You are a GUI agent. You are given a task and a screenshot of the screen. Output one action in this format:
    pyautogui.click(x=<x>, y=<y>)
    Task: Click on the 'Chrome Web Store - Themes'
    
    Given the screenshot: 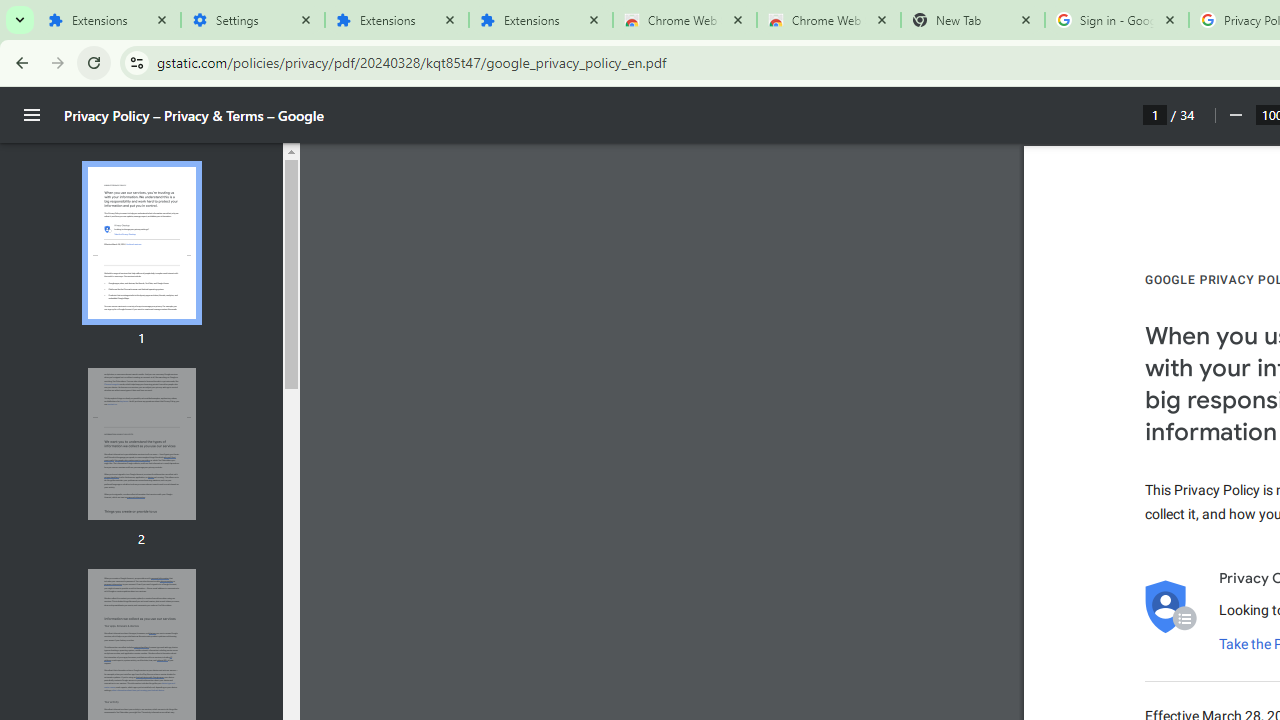 What is the action you would take?
    pyautogui.click(x=828, y=20)
    